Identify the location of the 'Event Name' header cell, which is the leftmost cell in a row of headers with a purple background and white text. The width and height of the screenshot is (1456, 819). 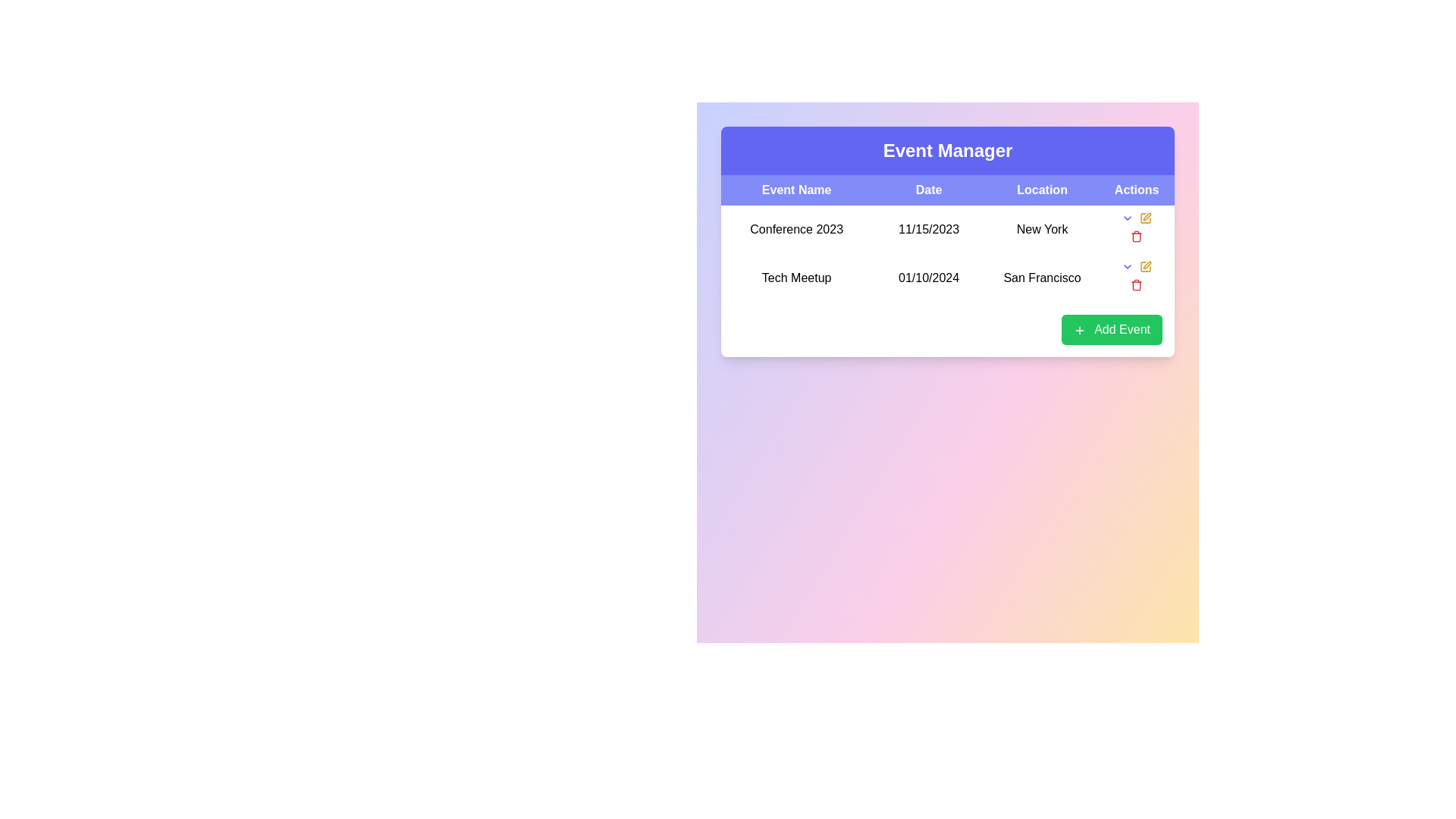
(795, 189).